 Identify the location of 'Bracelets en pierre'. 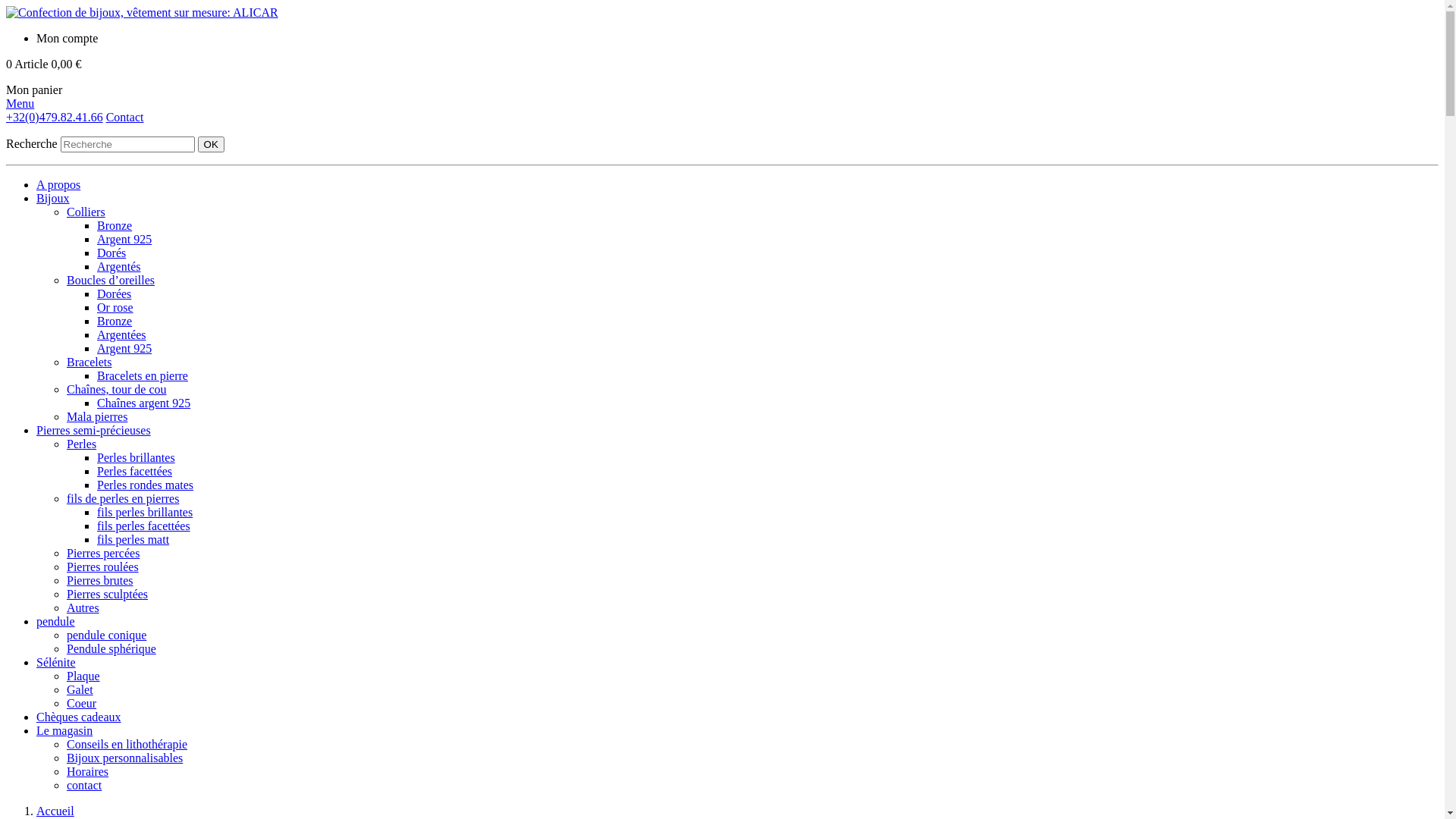
(142, 375).